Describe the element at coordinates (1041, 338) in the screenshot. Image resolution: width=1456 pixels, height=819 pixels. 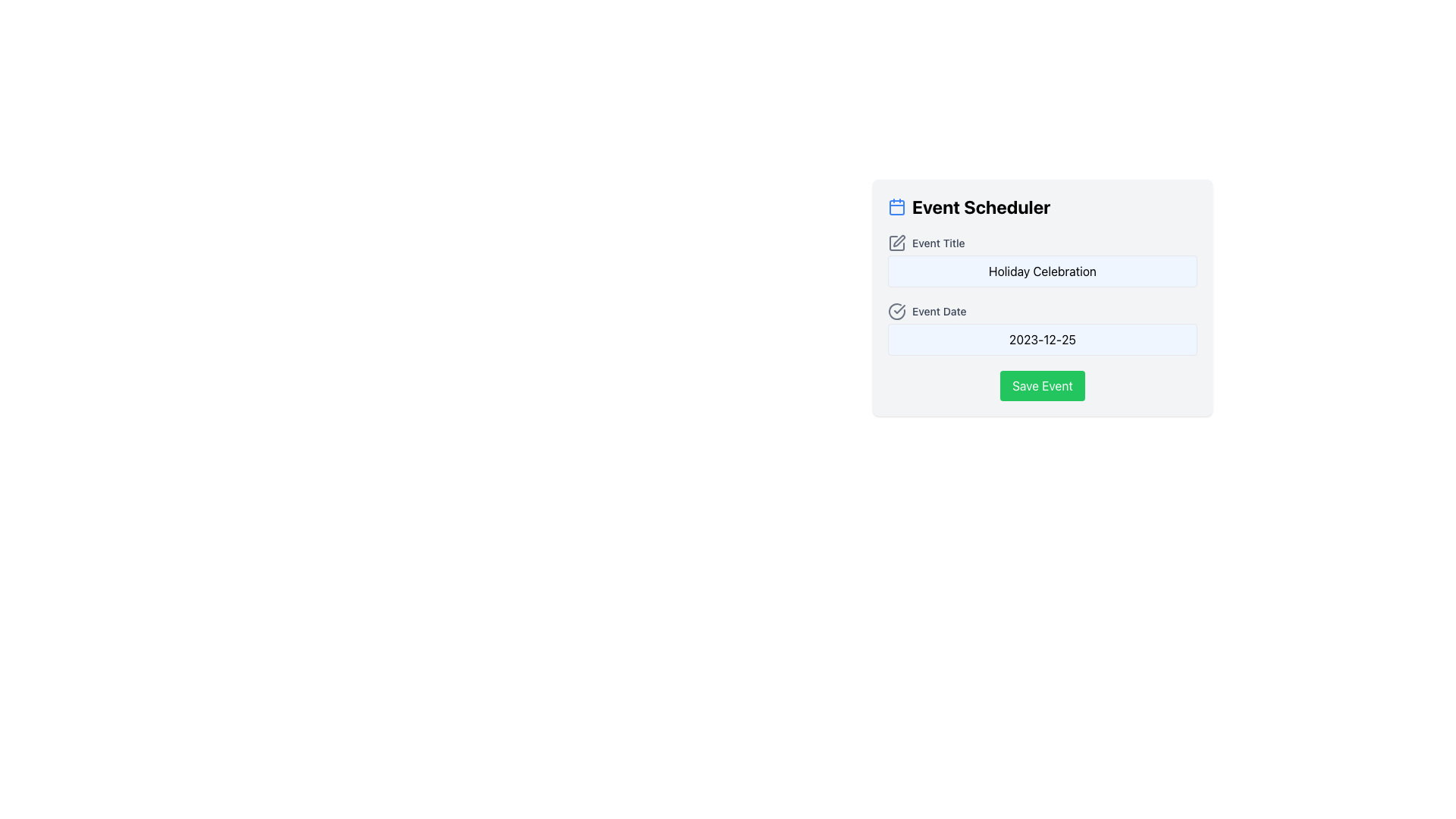
I see `the static display element that shows the date '2023-12-25' with a light blue background, located below the 'Event Date' label in the 'Event Scheduler' section` at that location.